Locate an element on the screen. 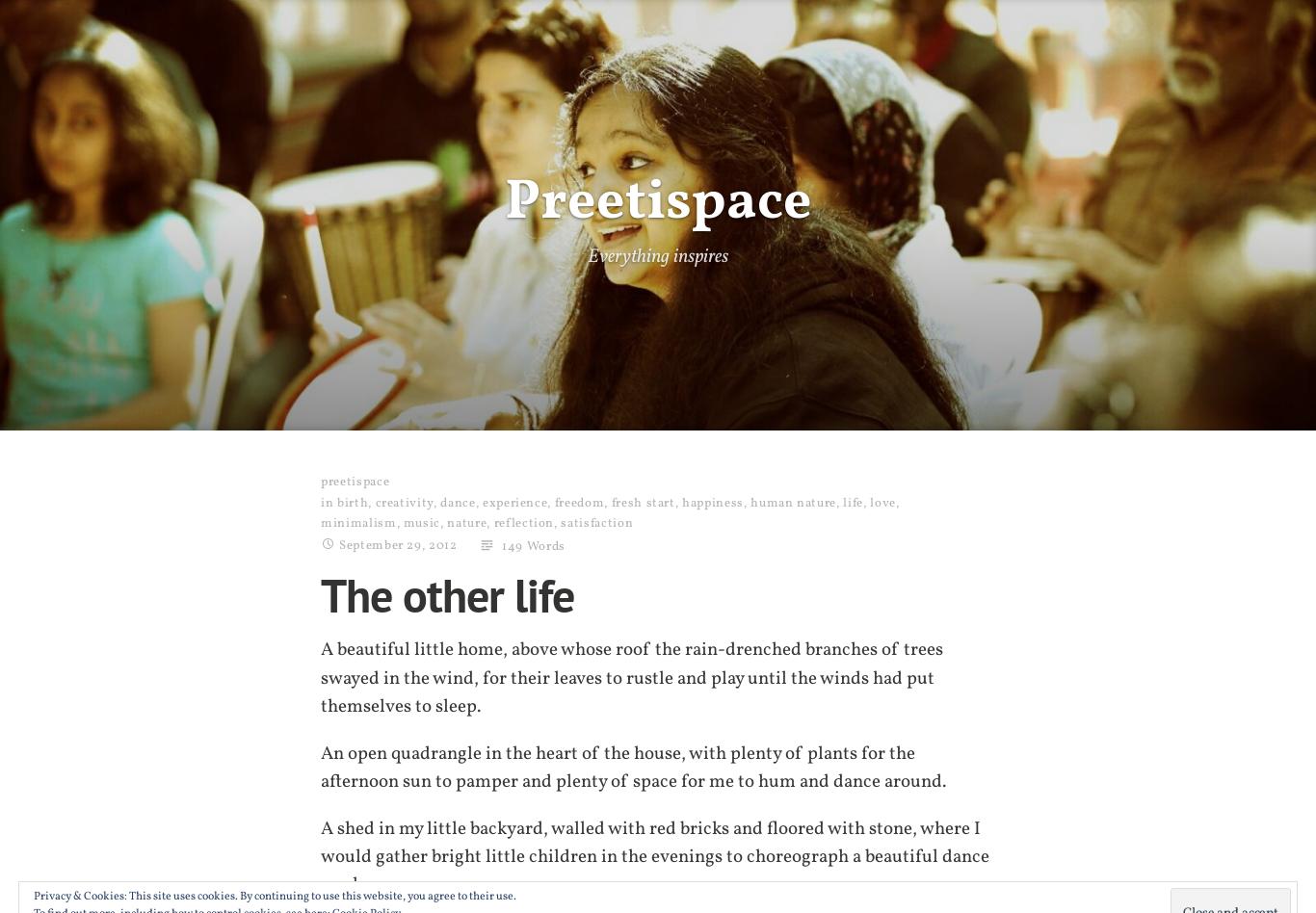  'satisfaction' is located at coordinates (595, 523).